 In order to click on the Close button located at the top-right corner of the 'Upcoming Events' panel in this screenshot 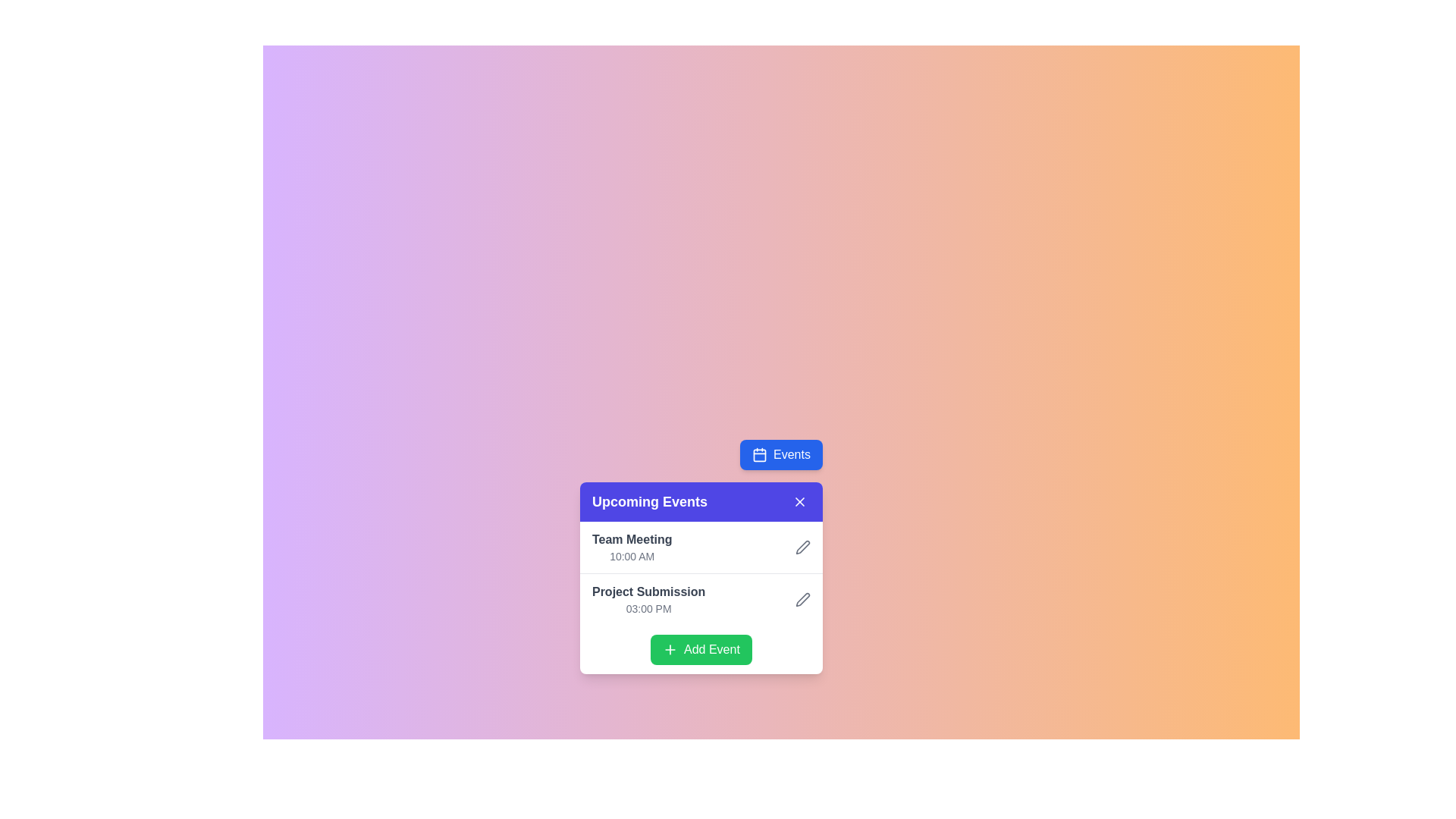, I will do `click(799, 502)`.